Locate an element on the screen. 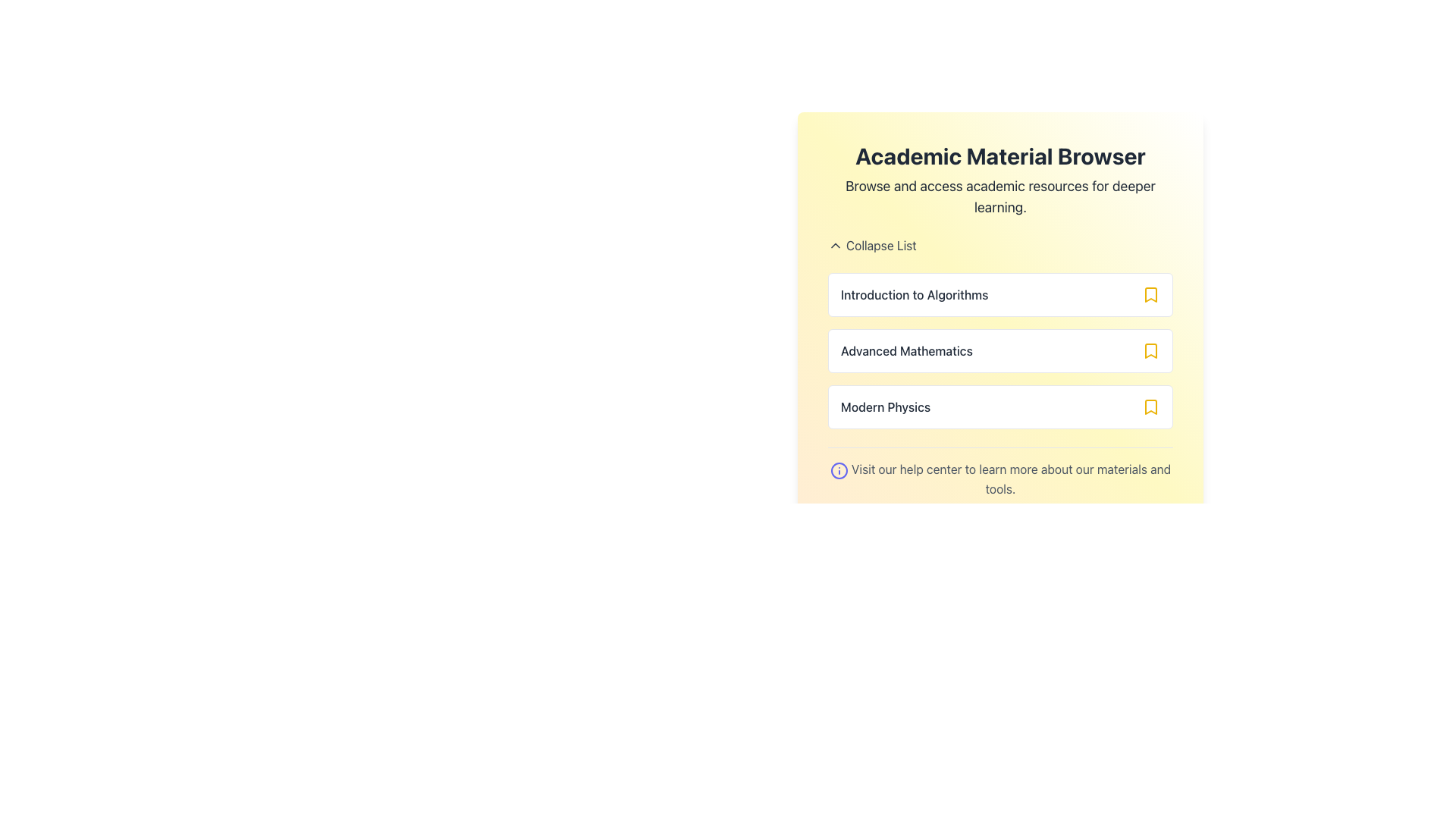  the List item labeled 'Introduction to Algorithms' is located at coordinates (1000, 295).